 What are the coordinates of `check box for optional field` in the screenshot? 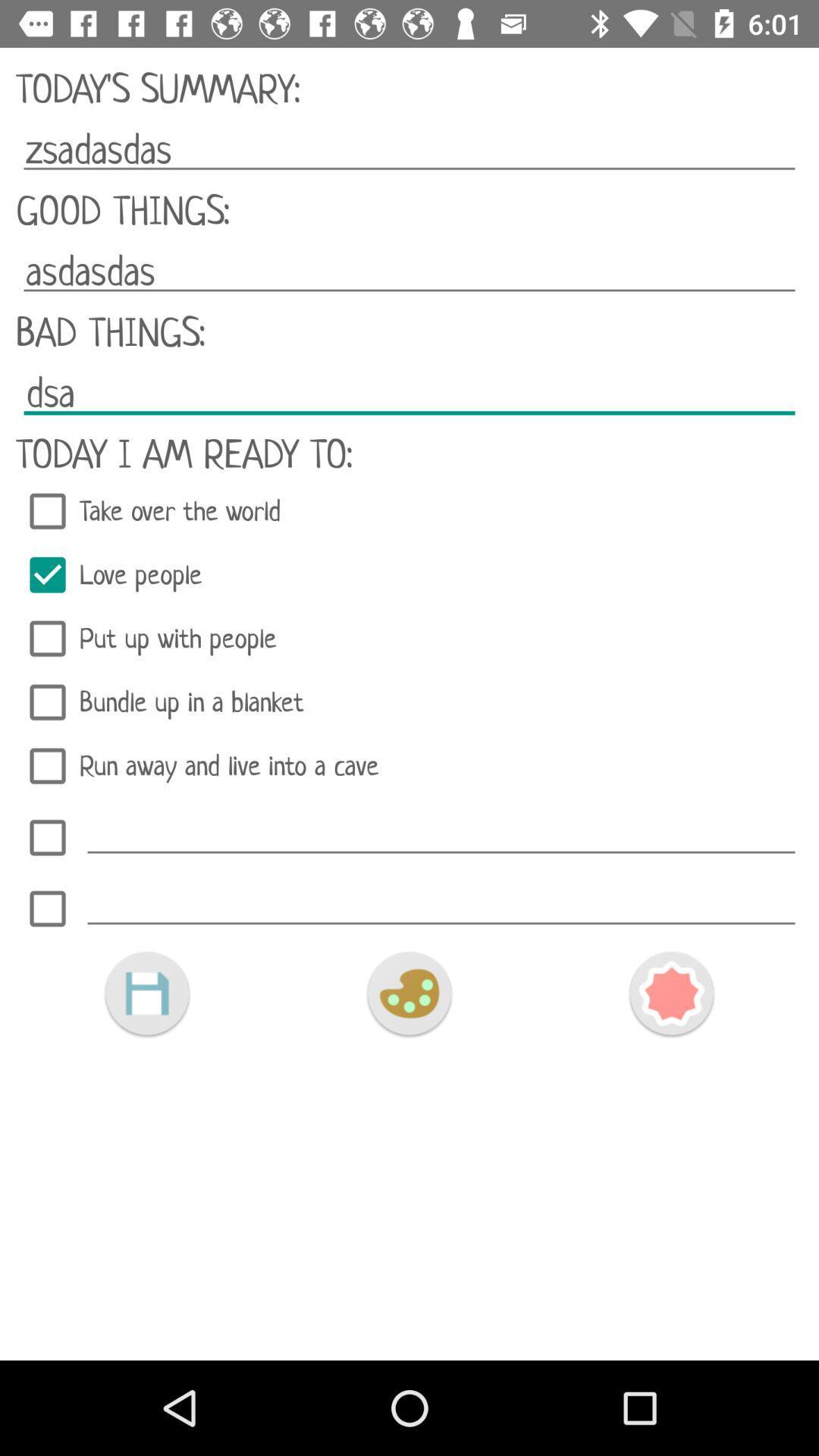 It's located at (46, 836).